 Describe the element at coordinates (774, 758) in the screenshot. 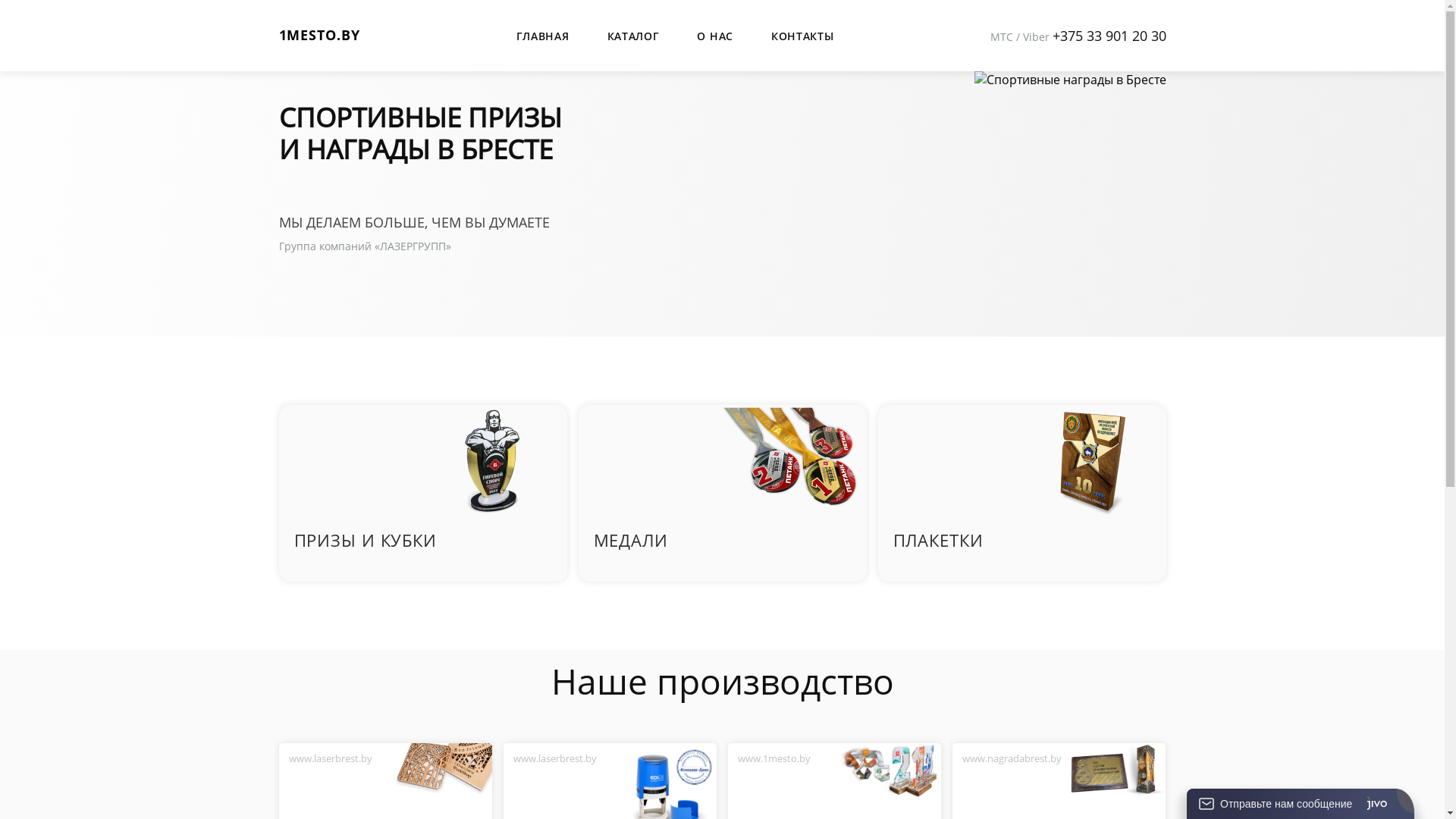

I see `'www.1mesto.by'` at that location.